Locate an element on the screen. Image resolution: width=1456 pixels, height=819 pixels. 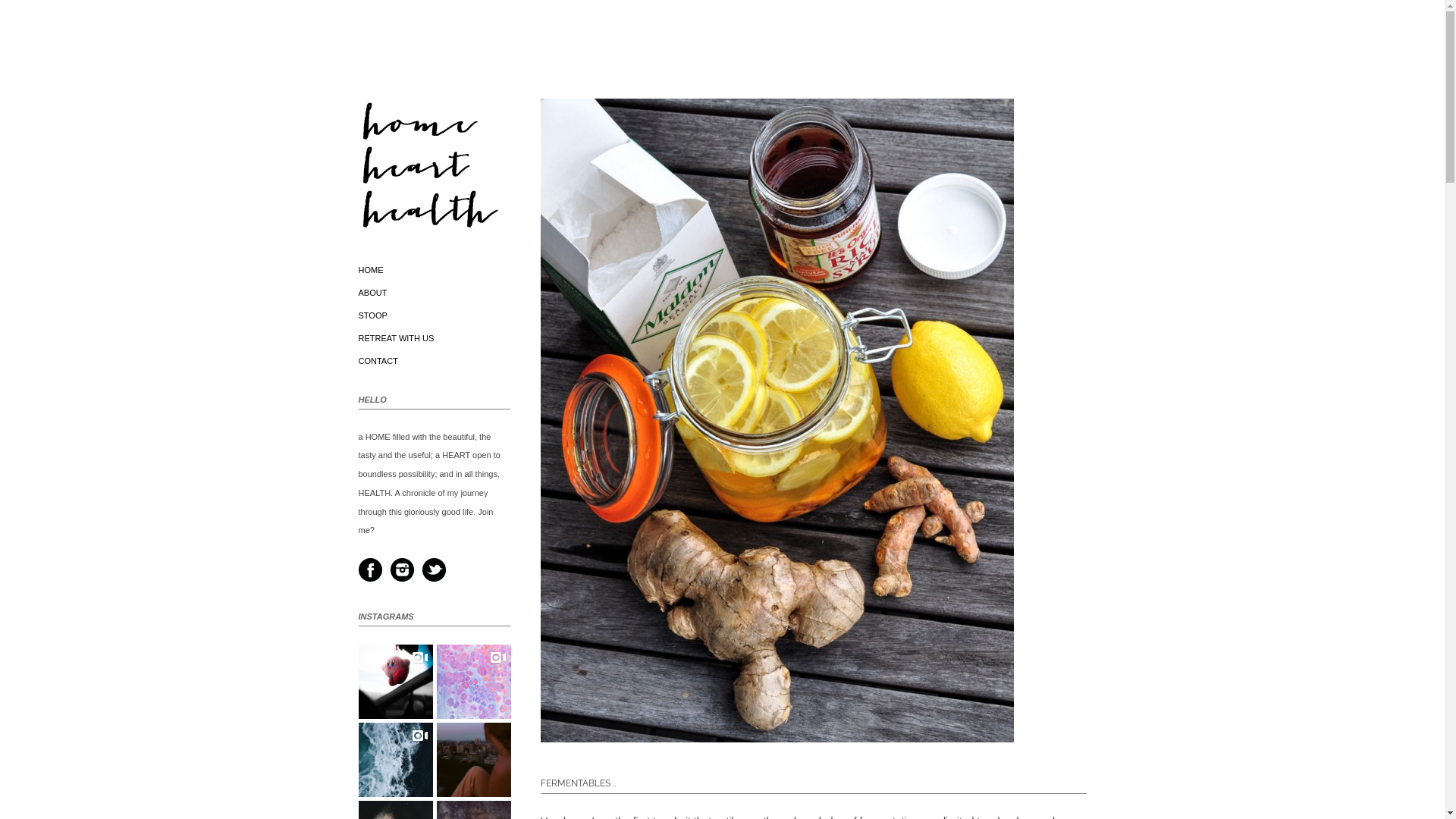
'ABOUT' is located at coordinates (356, 292).